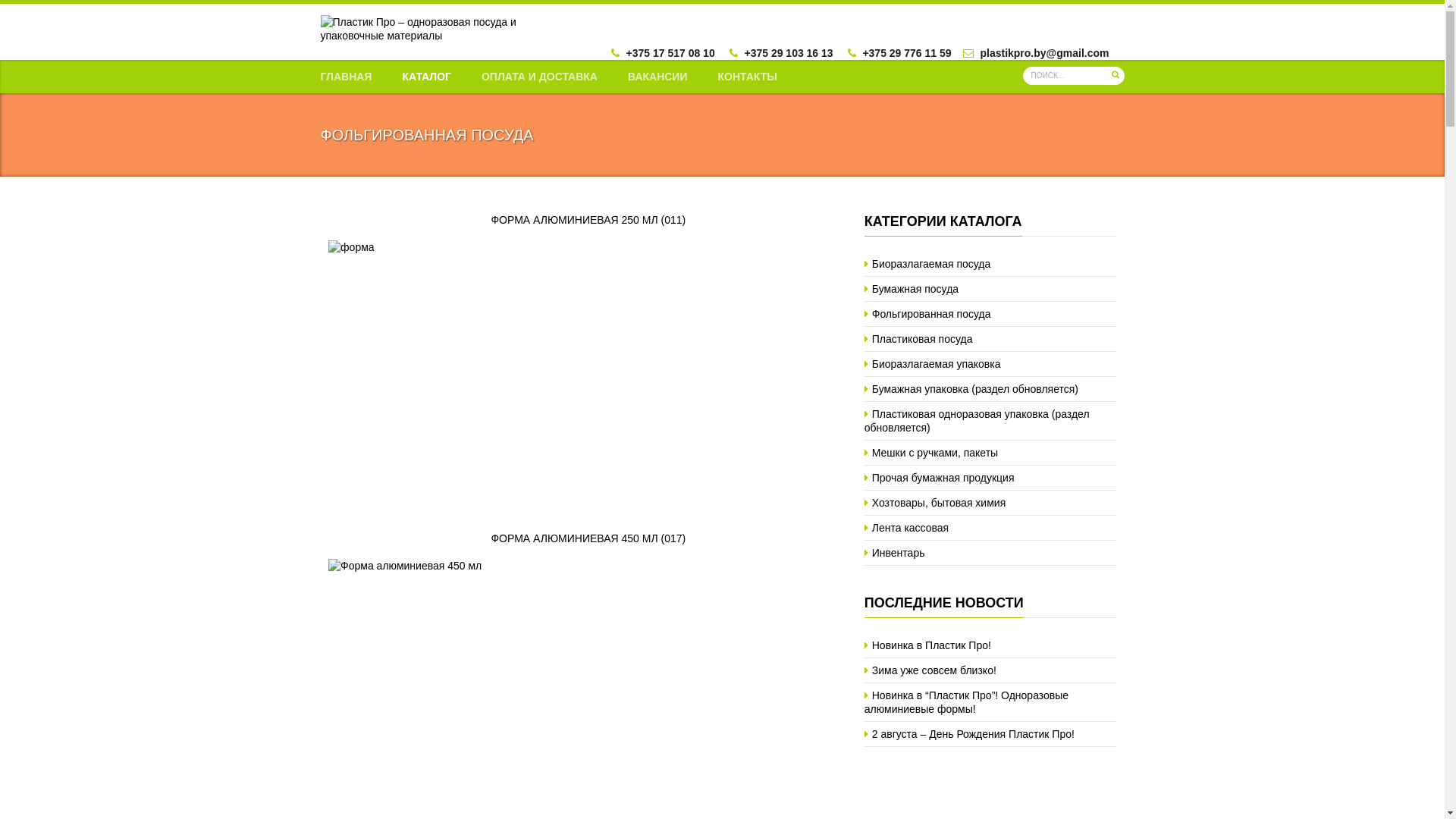  What do you see at coordinates (670, 52) in the screenshot?
I see `'+375 17 517 08 10'` at bounding box center [670, 52].